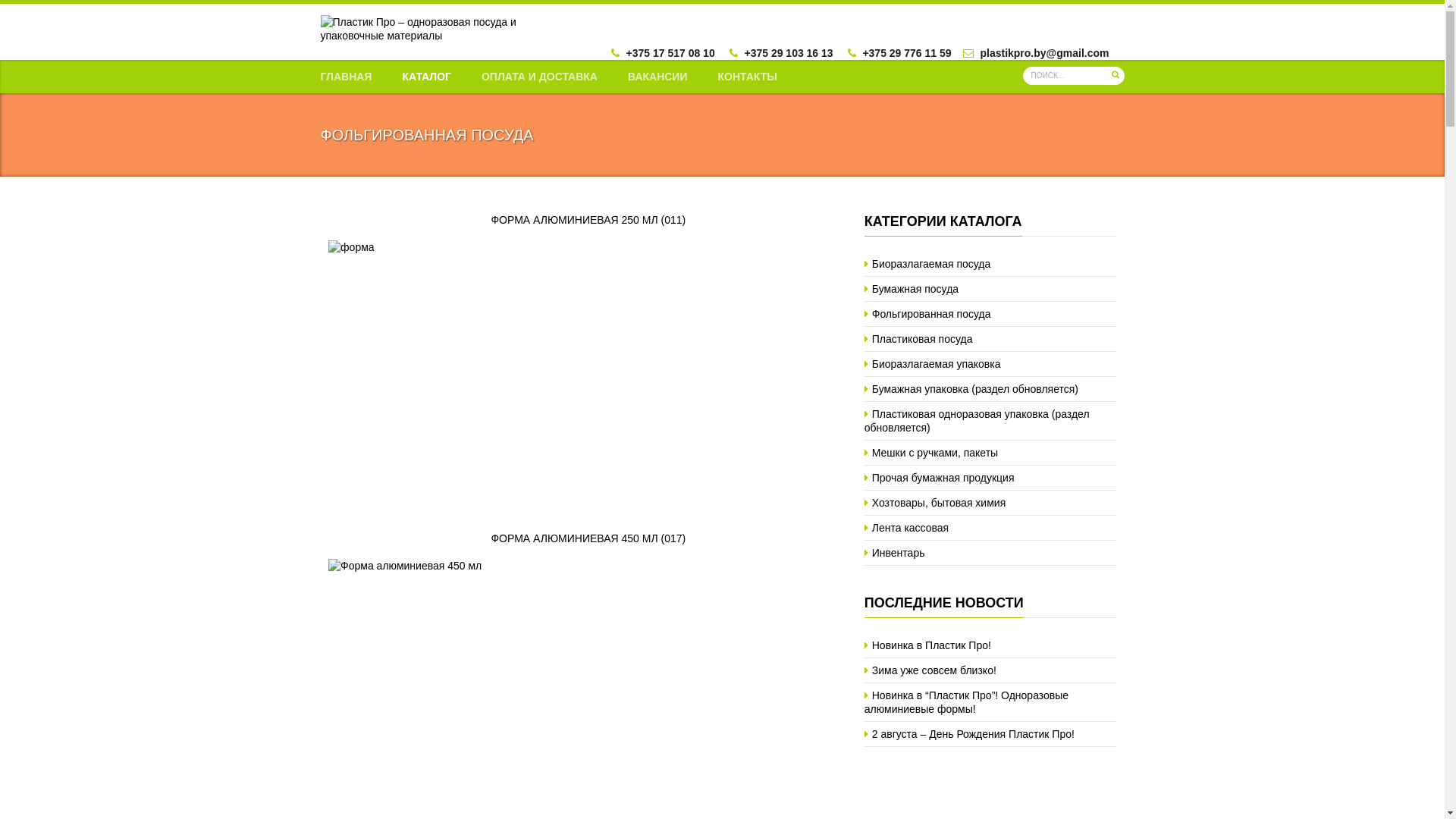  What do you see at coordinates (670, 52) in the screenshot?
I see `'+375 17 517 08 10'` at bounding box center [670, 52].